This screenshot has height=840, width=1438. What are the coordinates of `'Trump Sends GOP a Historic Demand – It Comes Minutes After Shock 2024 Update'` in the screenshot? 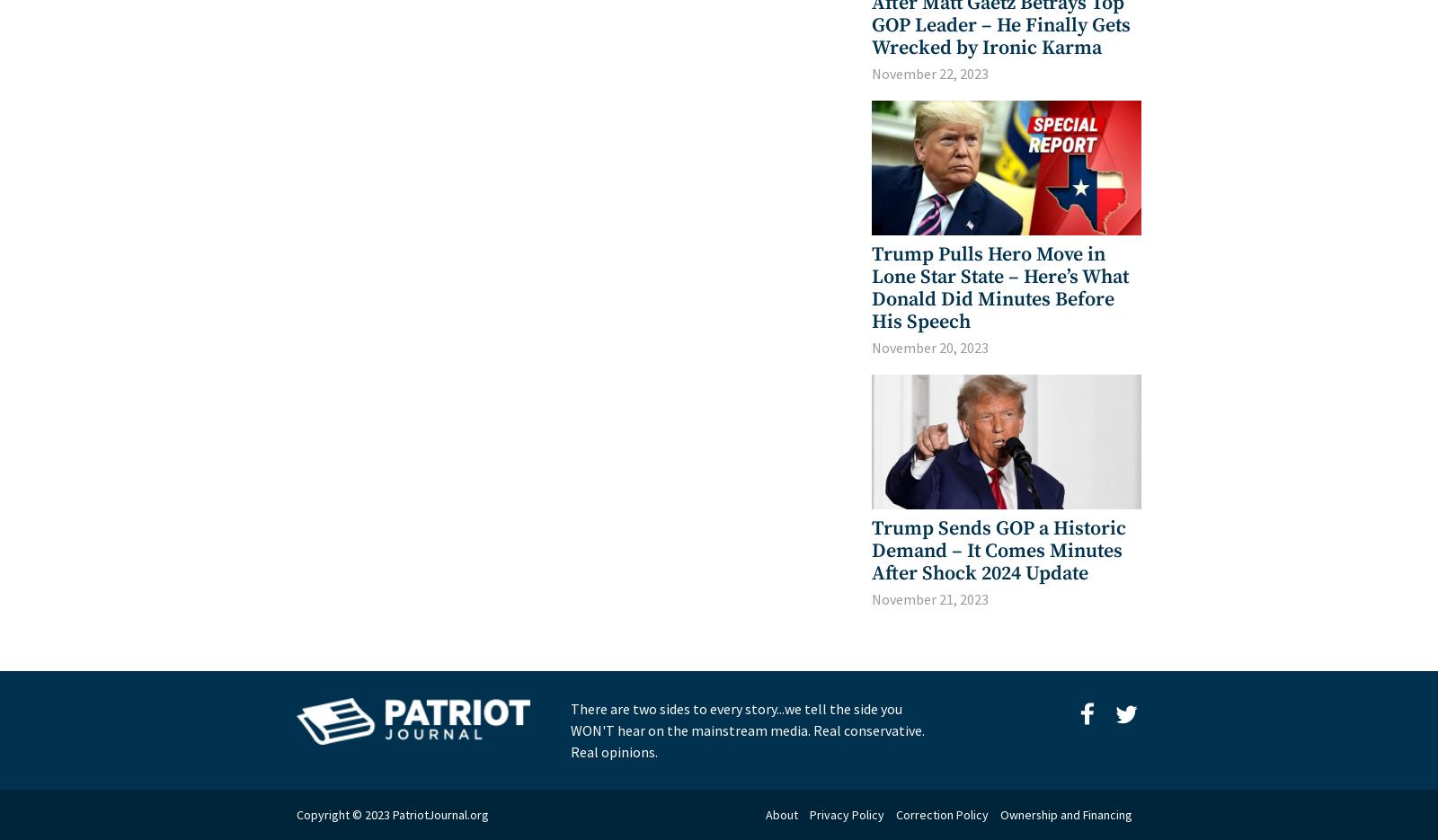 It's located at (999, 550).